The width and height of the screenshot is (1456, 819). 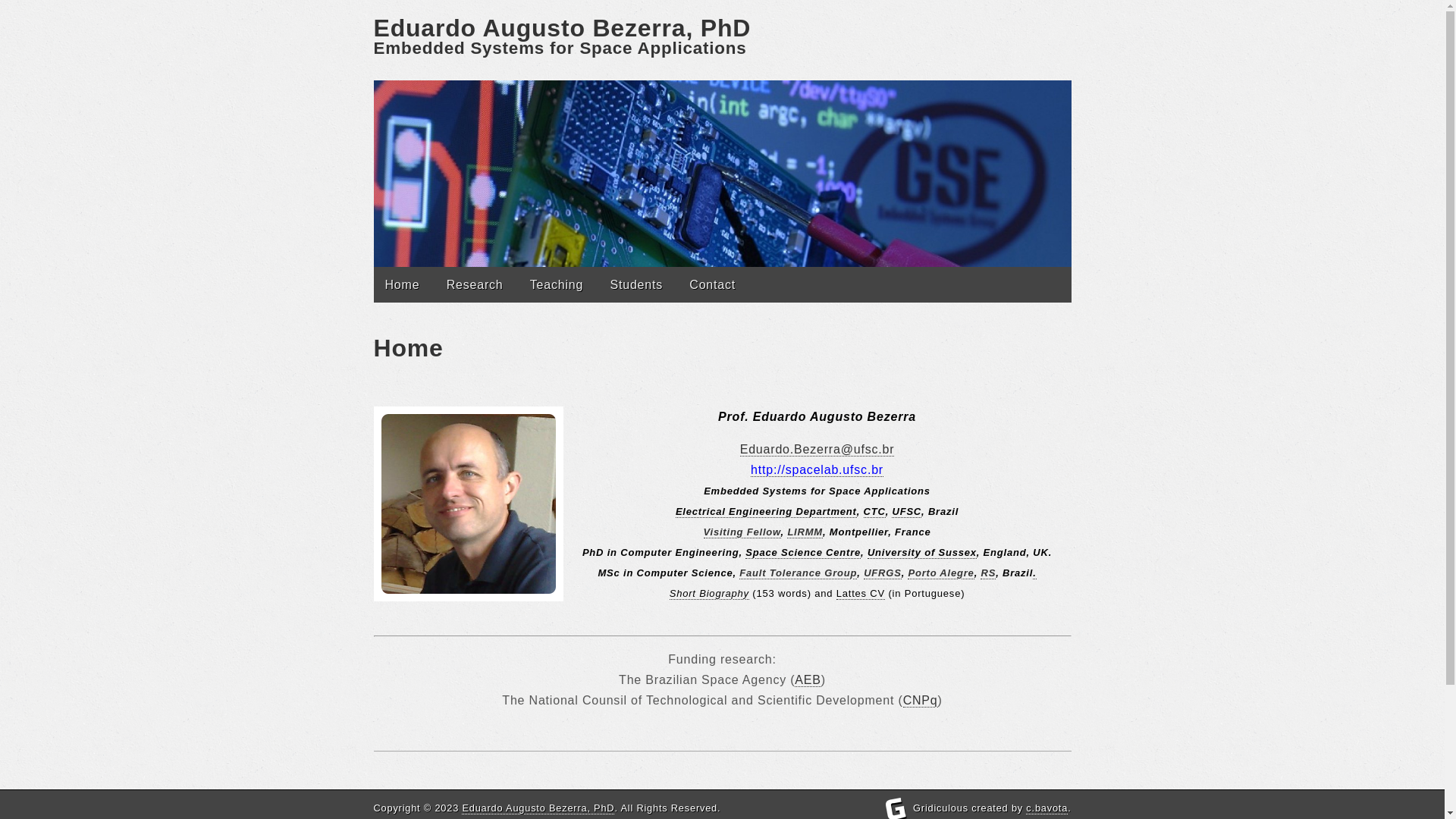 What do you see at coordinates (907, 573) in the screenshot?
I see `'Porto Alegre'` at bounding box center [907, 573].